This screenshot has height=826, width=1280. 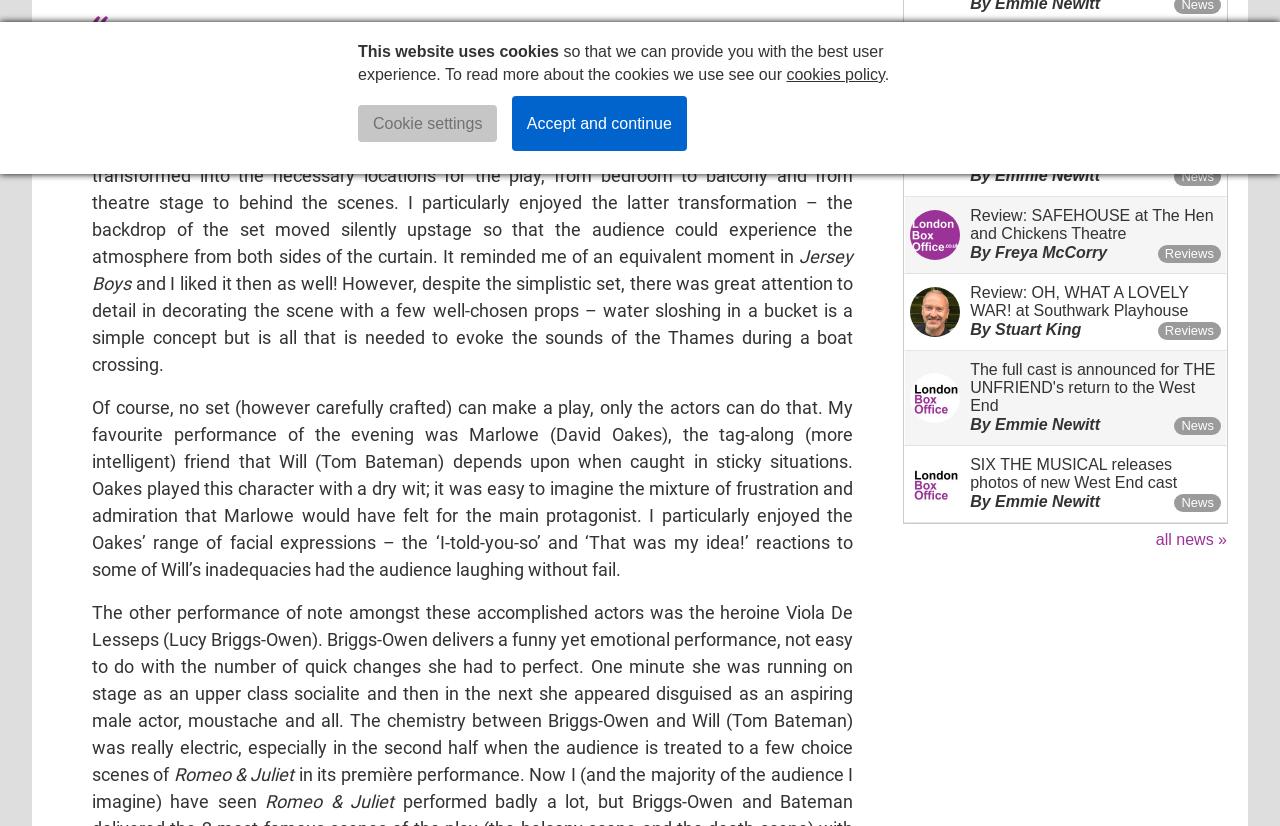 I want to click on 'Review: OH, WHAT A LOVELY WAR! at Southwark Playhouse', so click(x=1078, y=300).